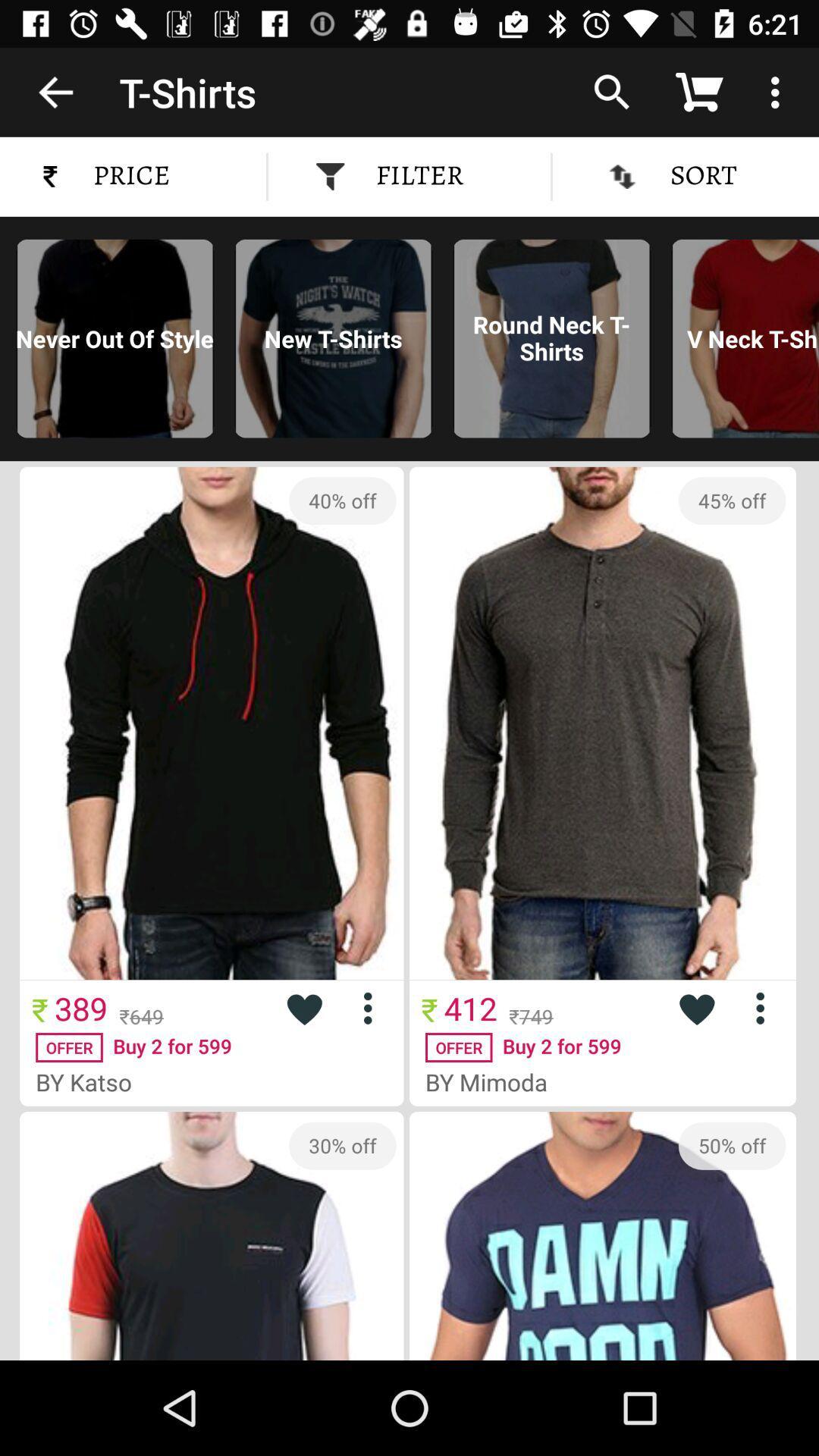 The height and width of the screenshot is (1456, 819). What do you see at coordinates (89, 1081) in the screenshot?
I see `by katso` at bounding box center [89, 1081].